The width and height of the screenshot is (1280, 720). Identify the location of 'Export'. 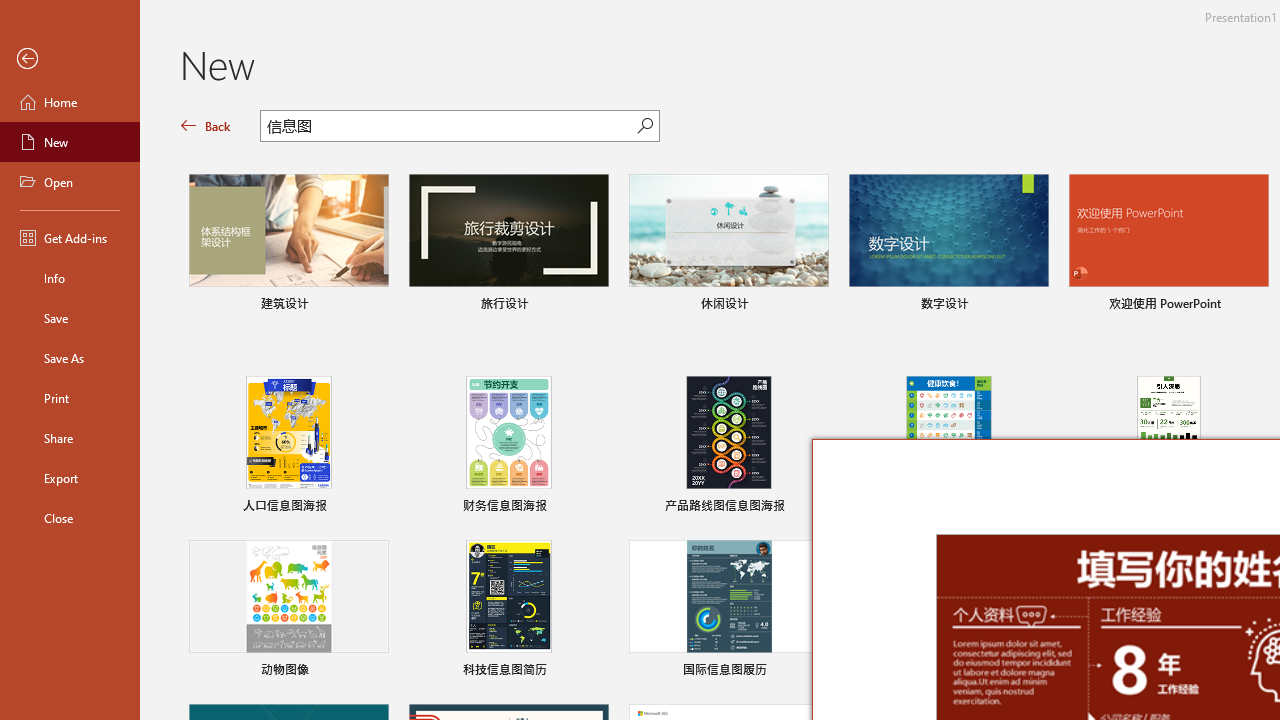
(69, 478).